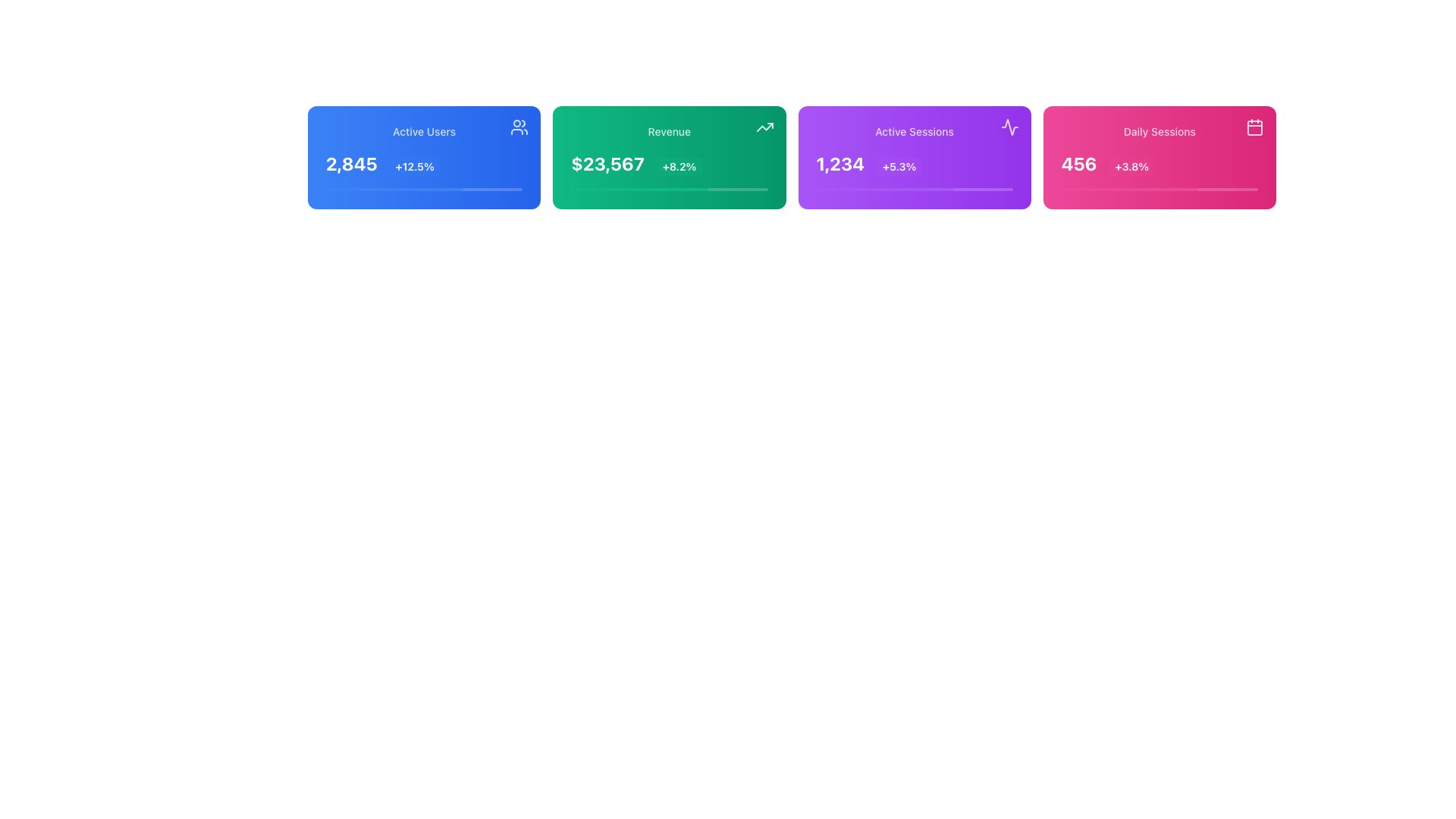 This screenshot has width=1456, height=819. Describe the element at coordinates (839, 164) in the screenshot. I see `the numerical statistic text displaying the count related to 'Active Sessions', located within the purple card labeled 'Active Sessions'` at that location.